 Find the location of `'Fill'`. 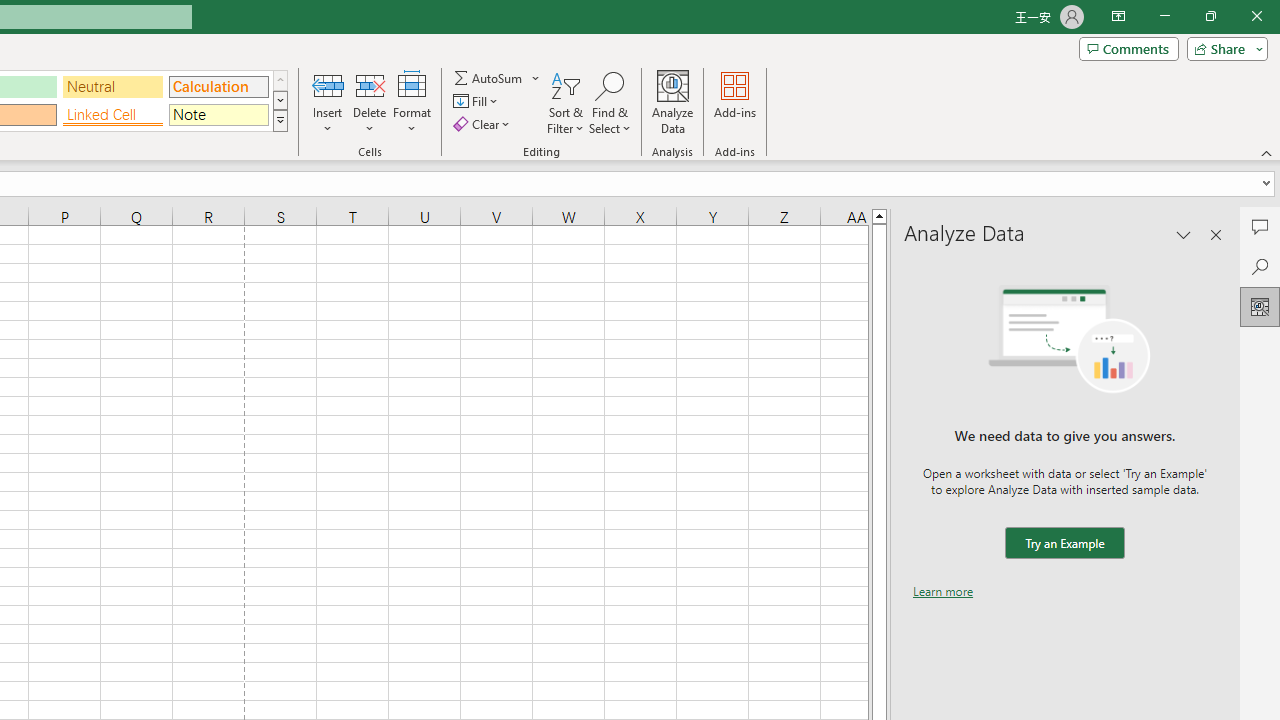

'Fill' is located at coordinates (477, 101).